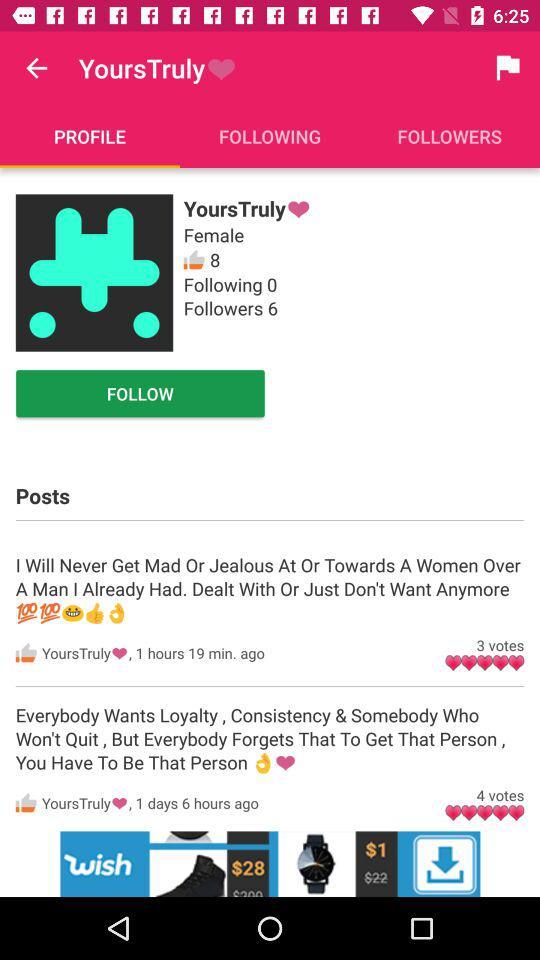 The width and height of the screenshot is (540, 960). Describe the element at coordinates (270, 863) in the screenshot. I see `advertisement page` at that location.